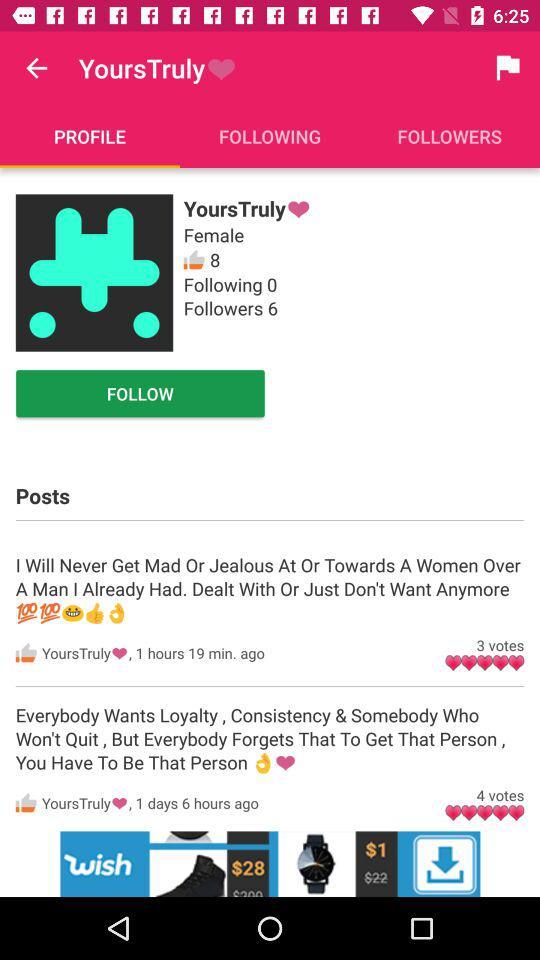 The width and height of the screenshot is (540, 960). Describe the element at coordinates (270, 863) in the screenshot. I see `advertisement page` at that location.